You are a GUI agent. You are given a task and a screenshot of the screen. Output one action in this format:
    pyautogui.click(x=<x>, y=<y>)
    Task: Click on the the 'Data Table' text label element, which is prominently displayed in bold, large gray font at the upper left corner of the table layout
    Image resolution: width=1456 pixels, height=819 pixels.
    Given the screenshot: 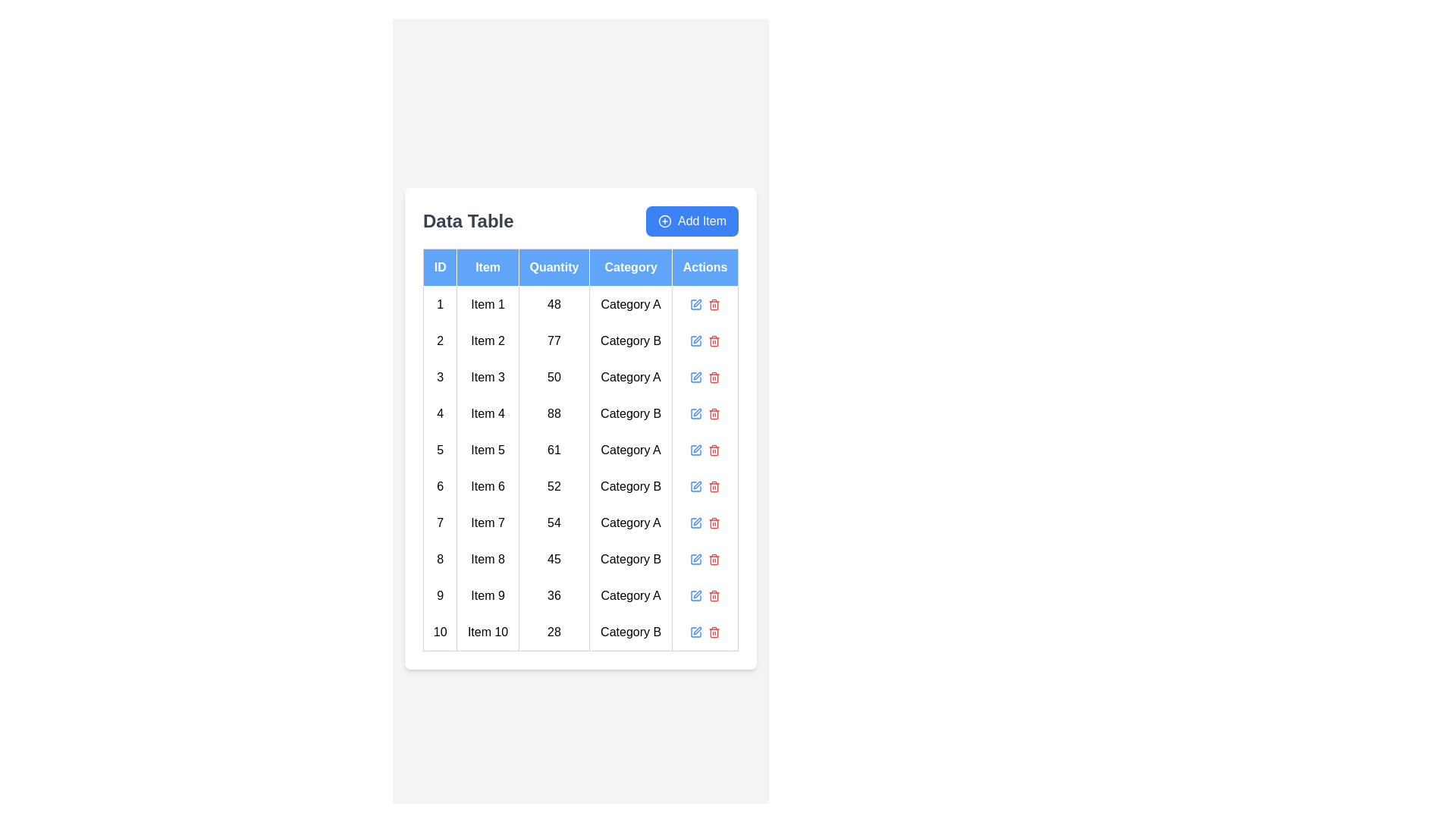 What is the action you would take?
    pyautogui.click(x=467, y=221)
    